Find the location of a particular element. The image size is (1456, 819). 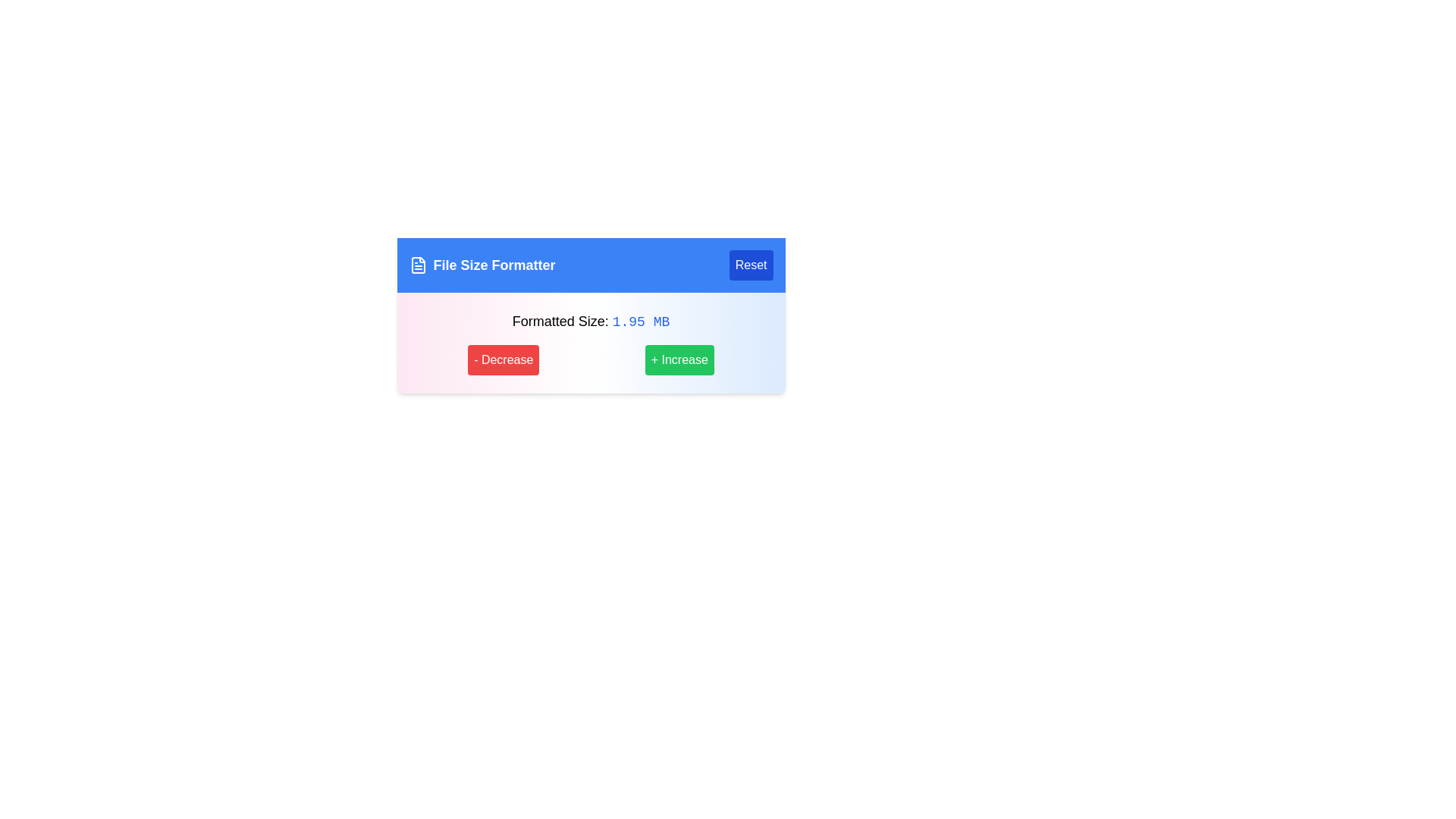

the leading icon in the application header region that symbolizes a file or document, which is aligned horizontally with the 'File Size Formatter' label is located at coordinates (418, 265).